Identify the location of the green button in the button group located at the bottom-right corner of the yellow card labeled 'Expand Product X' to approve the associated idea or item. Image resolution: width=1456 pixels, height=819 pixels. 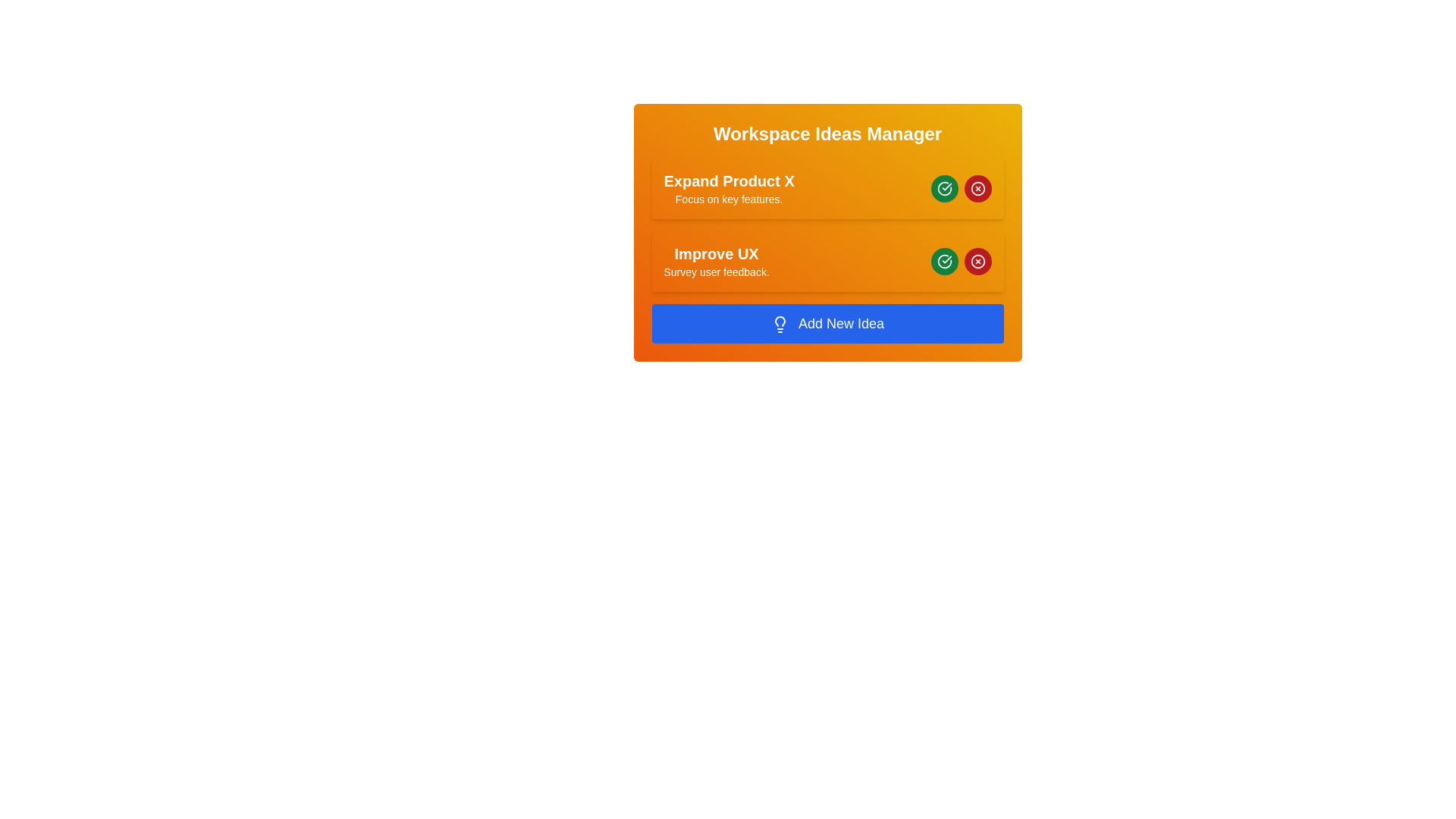
(960, 188).